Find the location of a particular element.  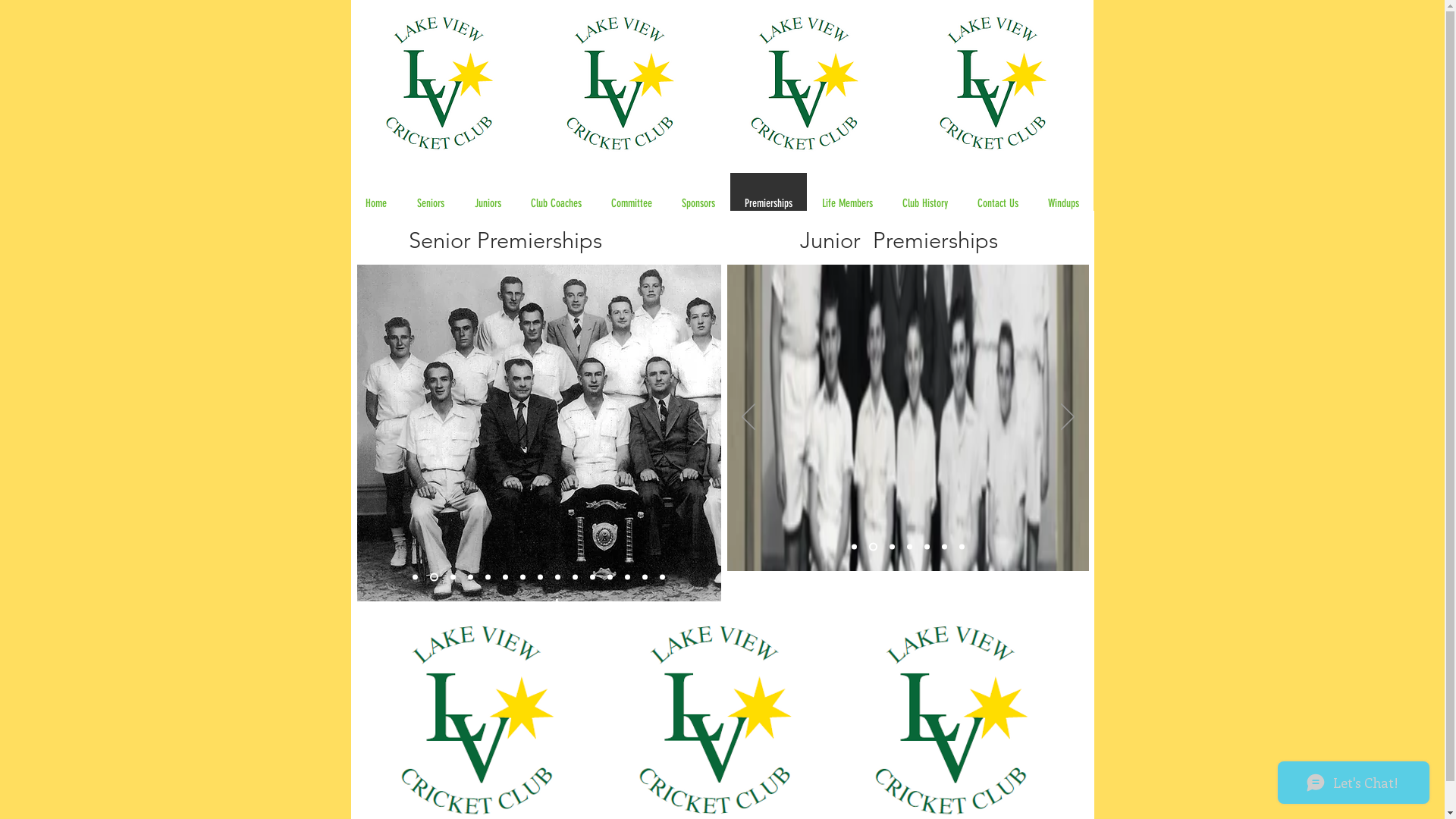

'Life Members' is located at coordinates (846, 202).